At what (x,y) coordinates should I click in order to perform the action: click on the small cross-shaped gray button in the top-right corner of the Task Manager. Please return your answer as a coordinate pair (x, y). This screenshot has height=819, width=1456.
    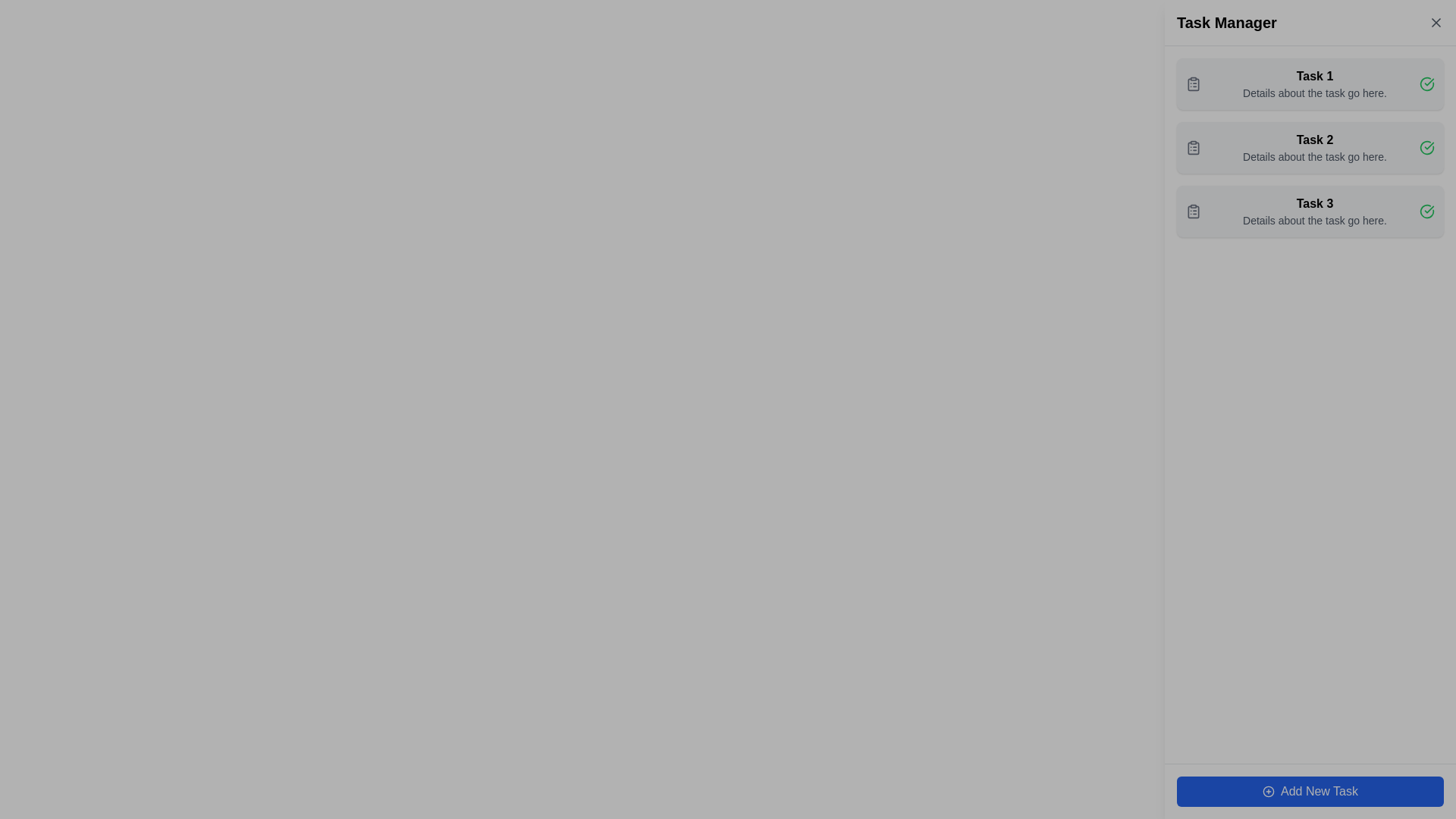
    Looking at the image, I should click on (1436, 23).